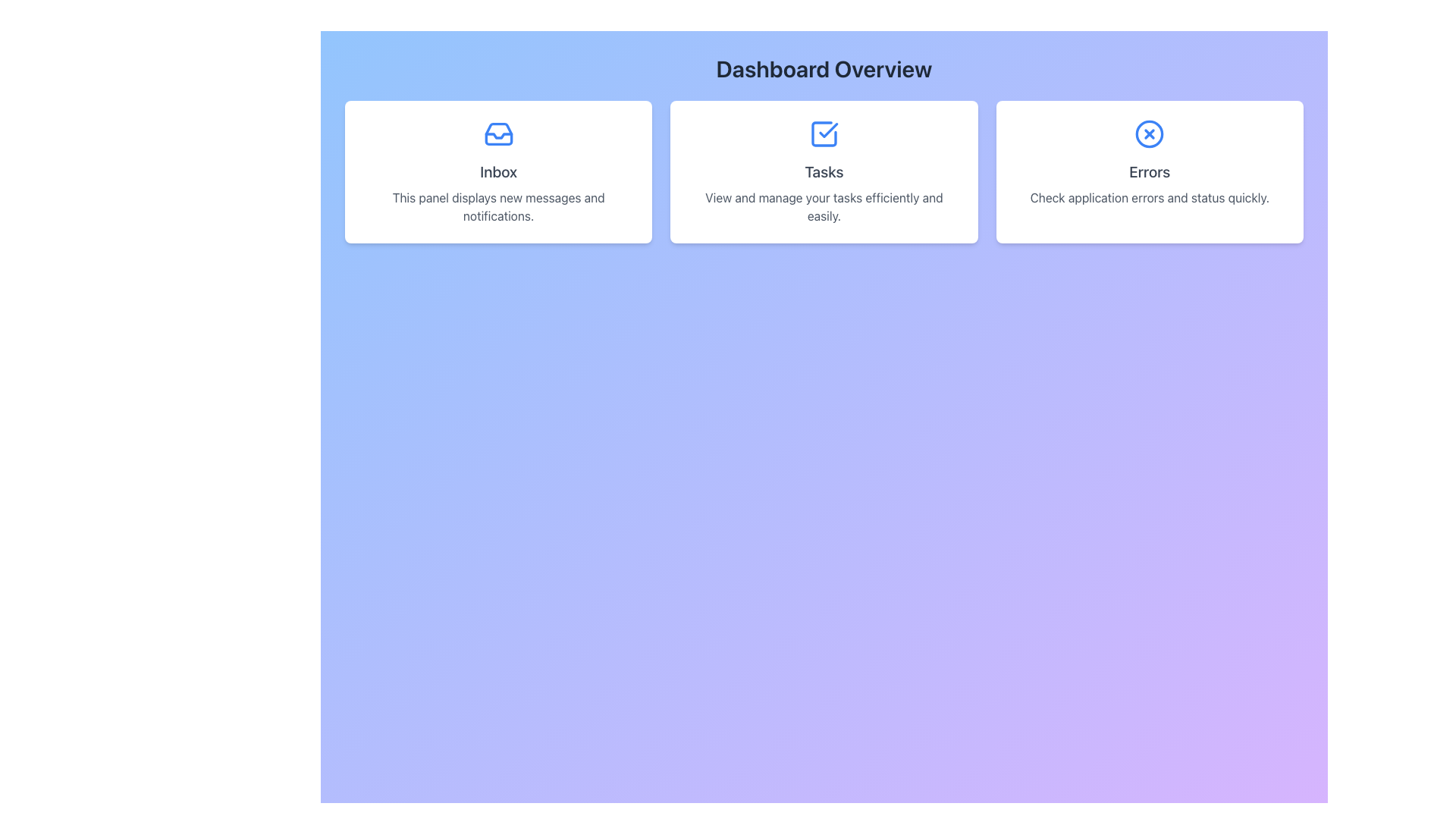  I want to click on the checkmark icon embedded within the task list in the 'Tasks' card, which has a blue stroke color and is part of an SVG graphic, so click(827, 130).